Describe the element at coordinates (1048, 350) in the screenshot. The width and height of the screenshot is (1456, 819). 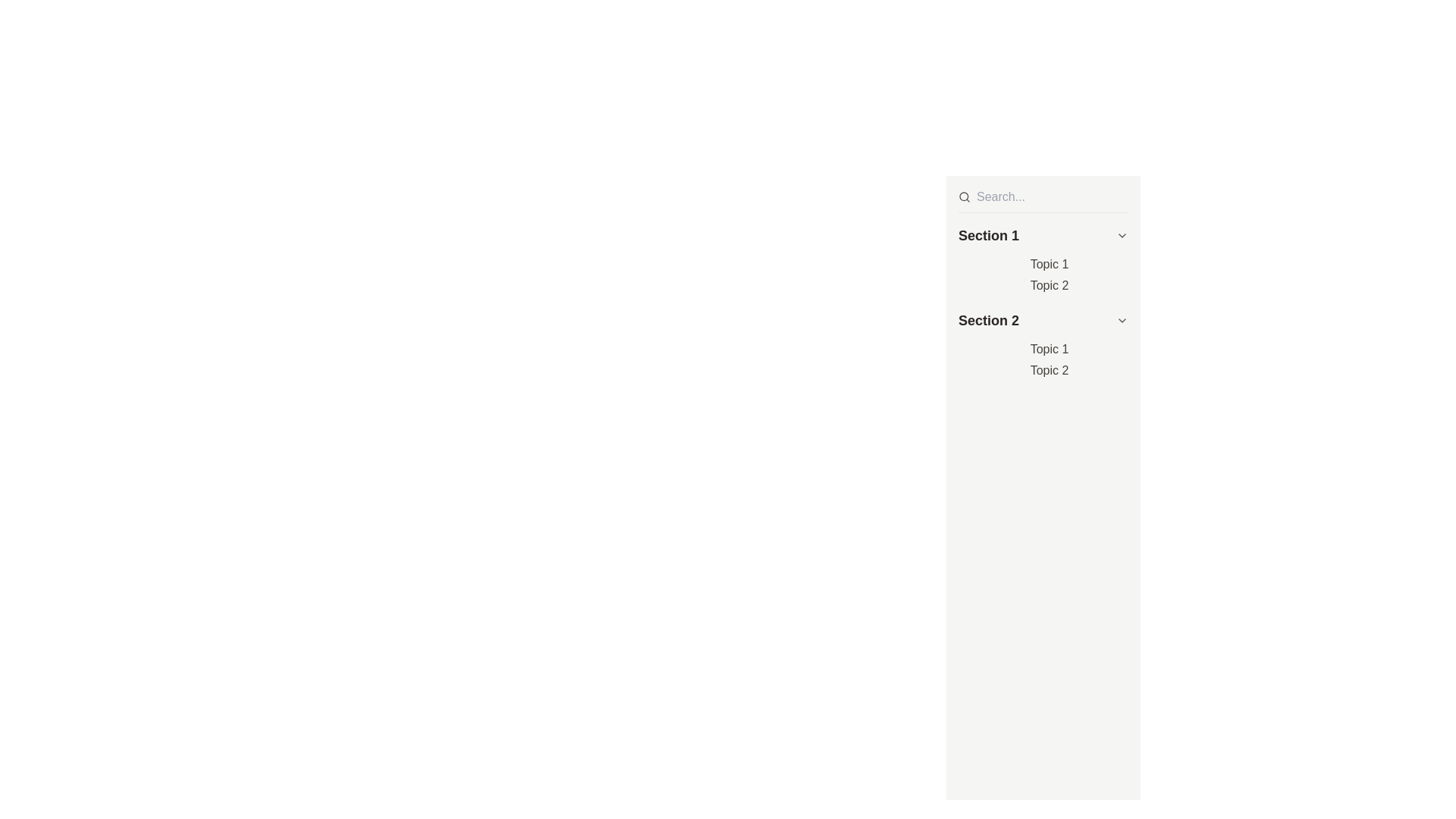
I see `the text label reading 'Topic 1'` at that location.